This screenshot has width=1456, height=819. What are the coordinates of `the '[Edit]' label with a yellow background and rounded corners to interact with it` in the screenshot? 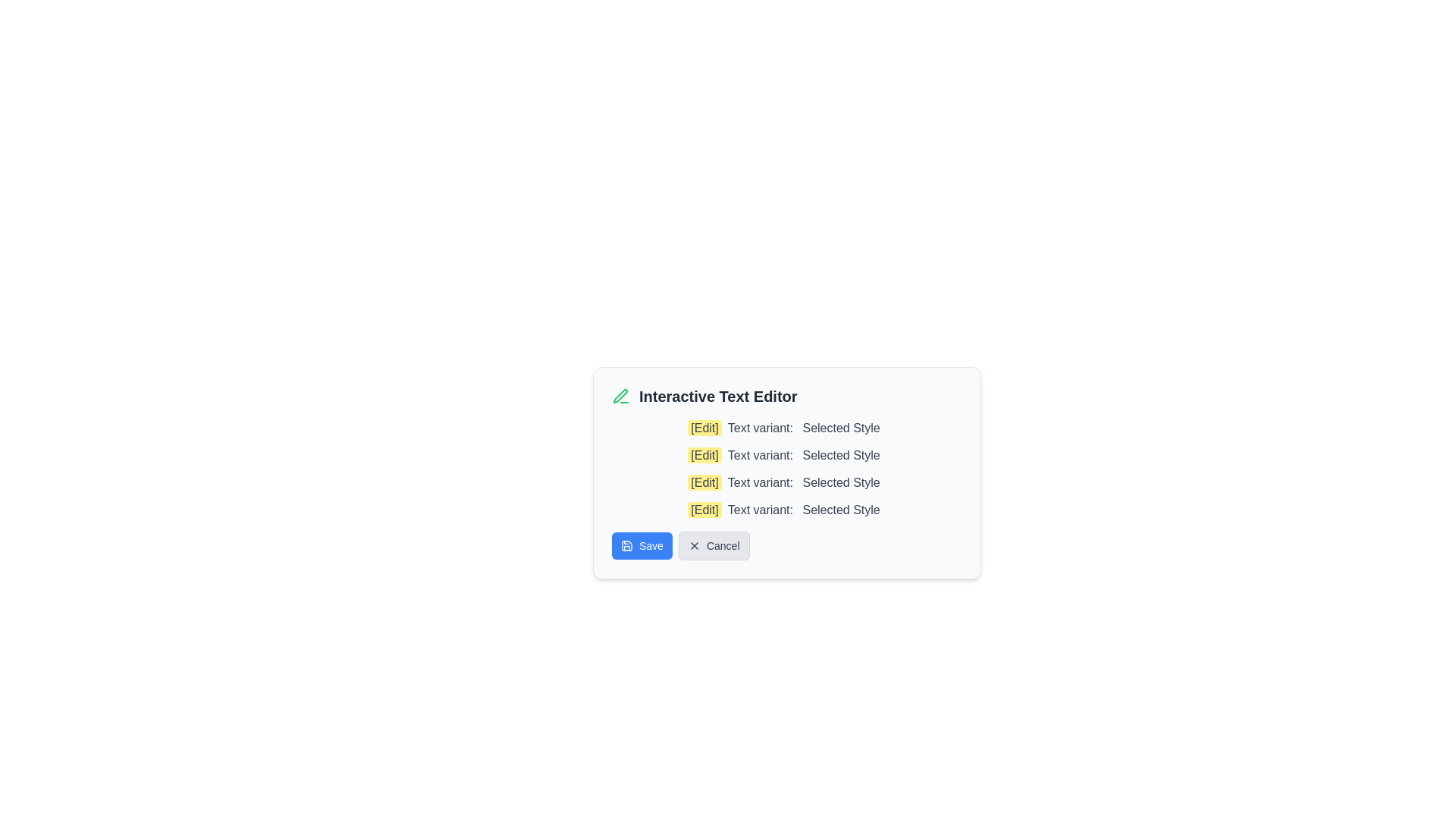 It's located at (704, 482).